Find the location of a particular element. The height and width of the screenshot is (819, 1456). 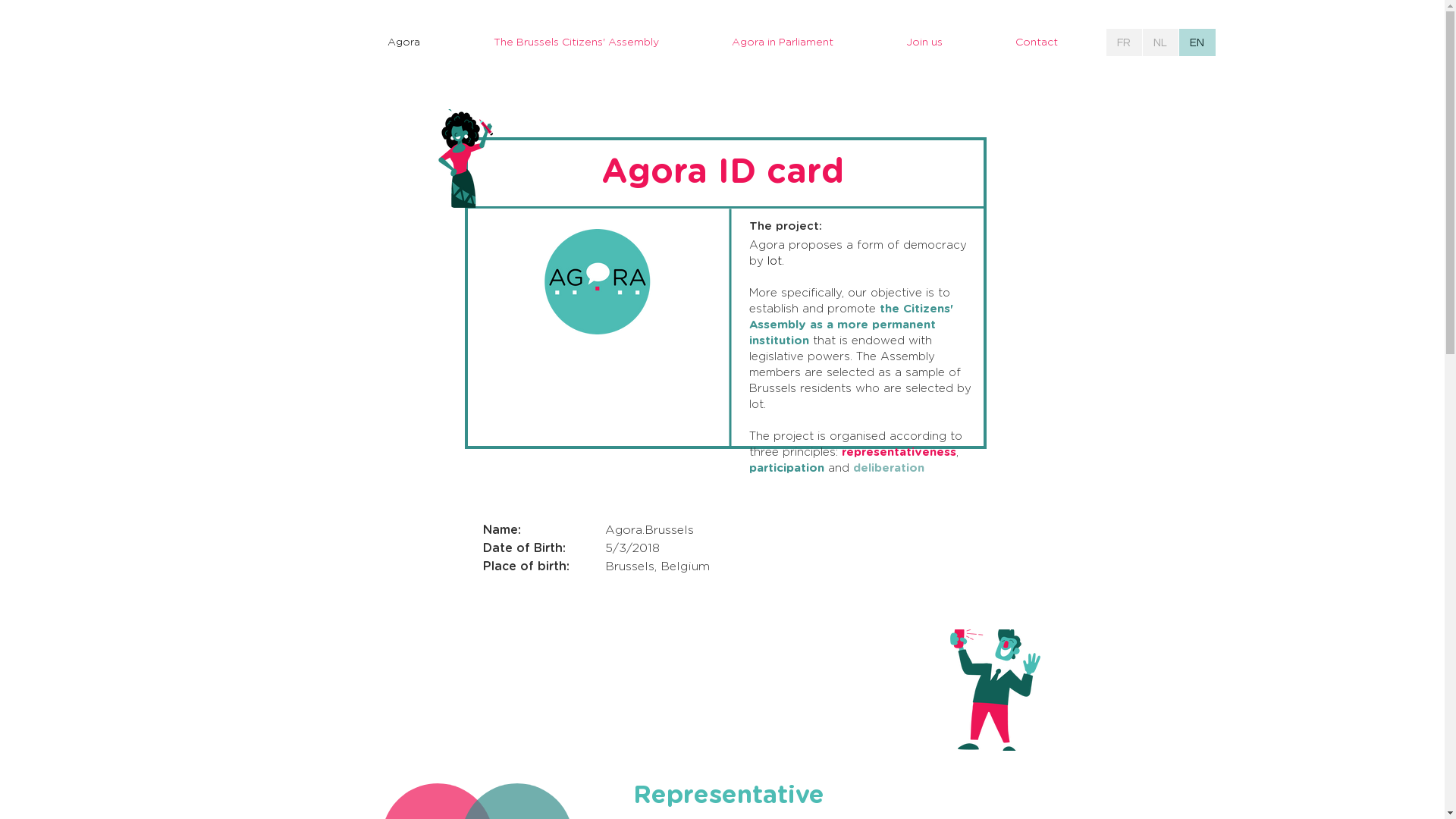

'Agora in Parliament' is located at coordinates (782, 42).